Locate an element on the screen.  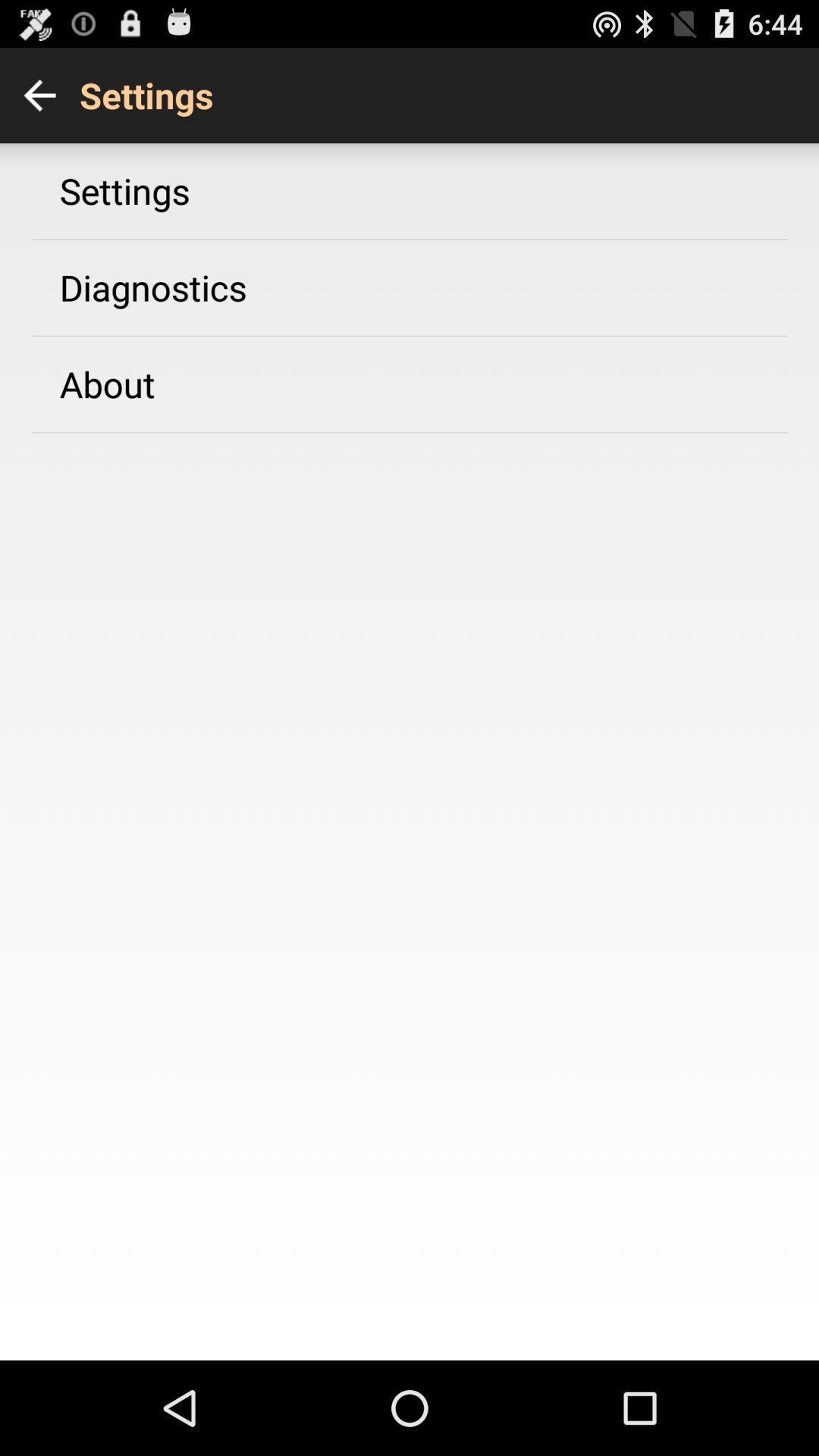
the about is located at coordinates (106, 384).